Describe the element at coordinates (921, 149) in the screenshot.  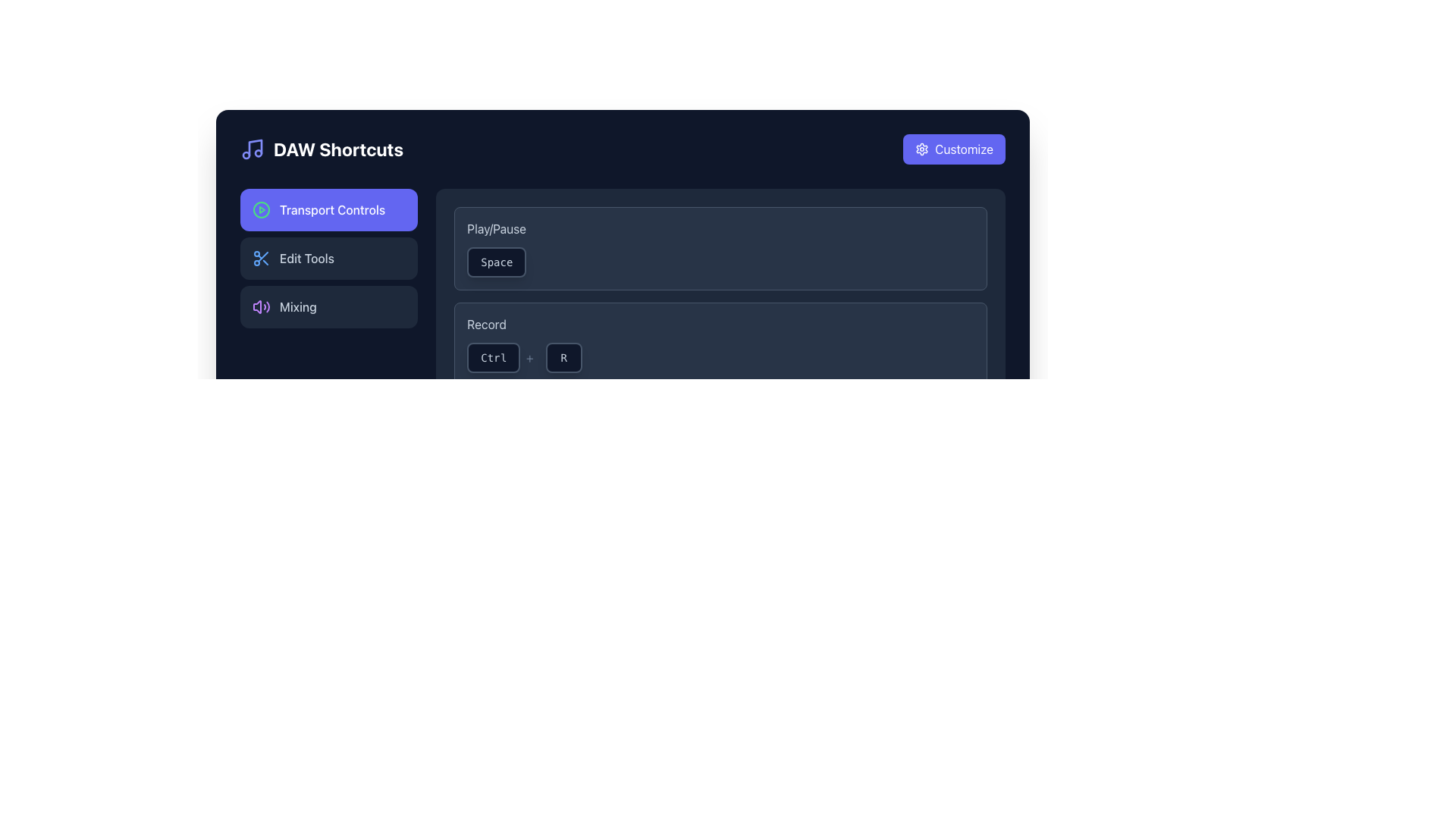
I see `the cogwheel icon within the 'Customize' button at the top-right corner of the interface` at that location.